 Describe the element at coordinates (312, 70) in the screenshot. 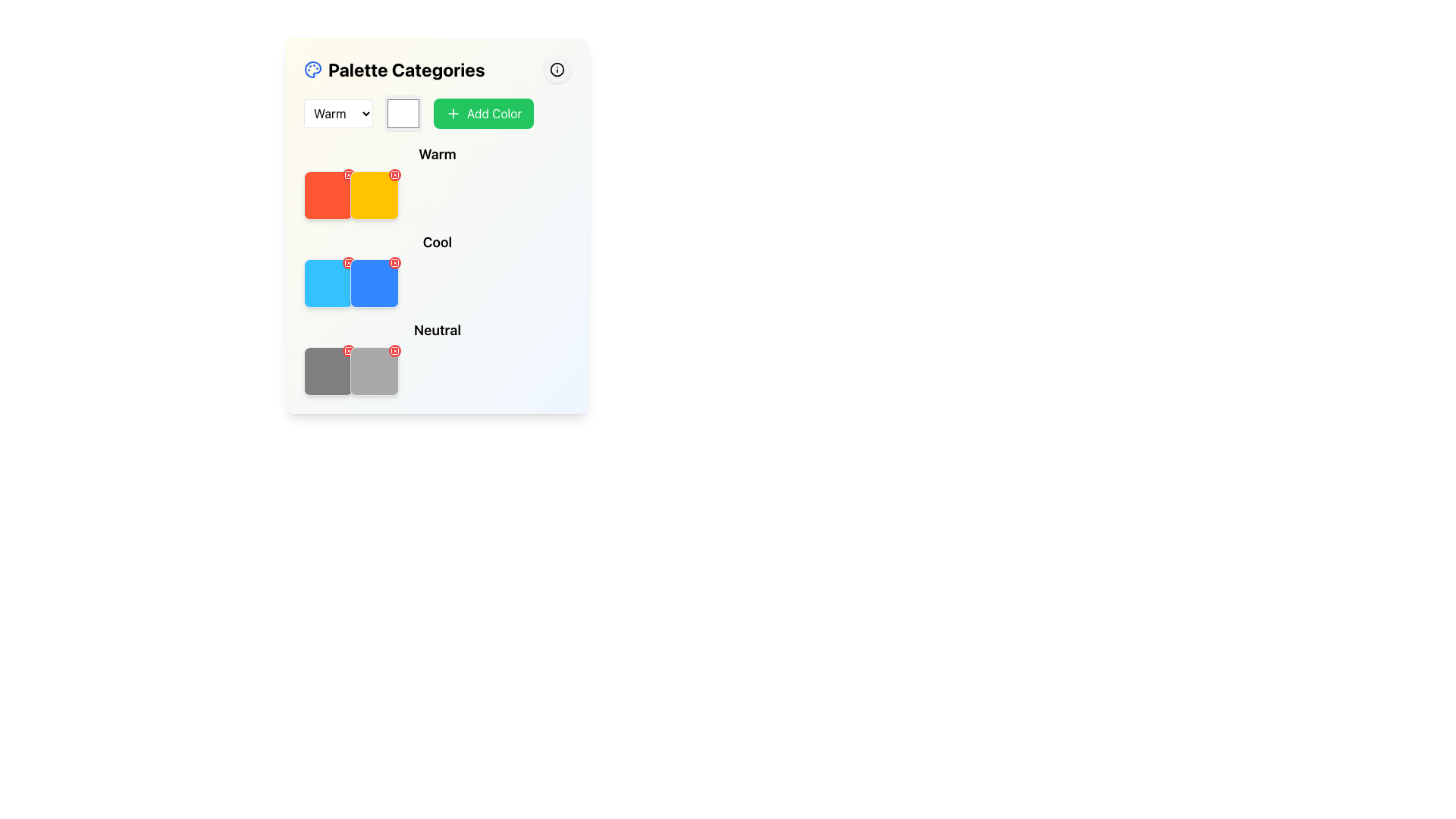

I see `the decorative icon representing 'Palette Categories', located at the top-left corner of the palette information box` at that location.